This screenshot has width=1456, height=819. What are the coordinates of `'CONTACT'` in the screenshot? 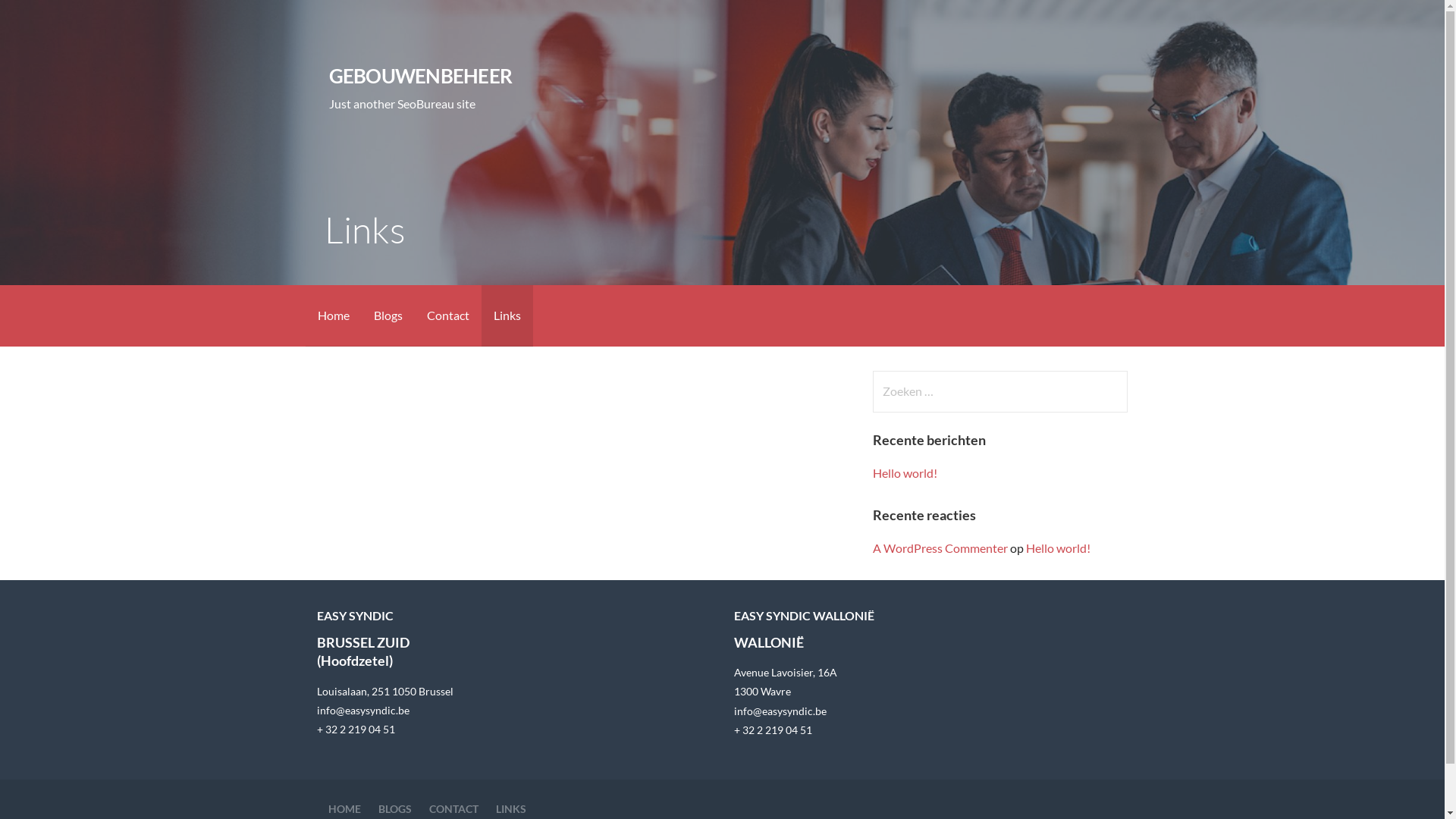 It's located at (453, 808).